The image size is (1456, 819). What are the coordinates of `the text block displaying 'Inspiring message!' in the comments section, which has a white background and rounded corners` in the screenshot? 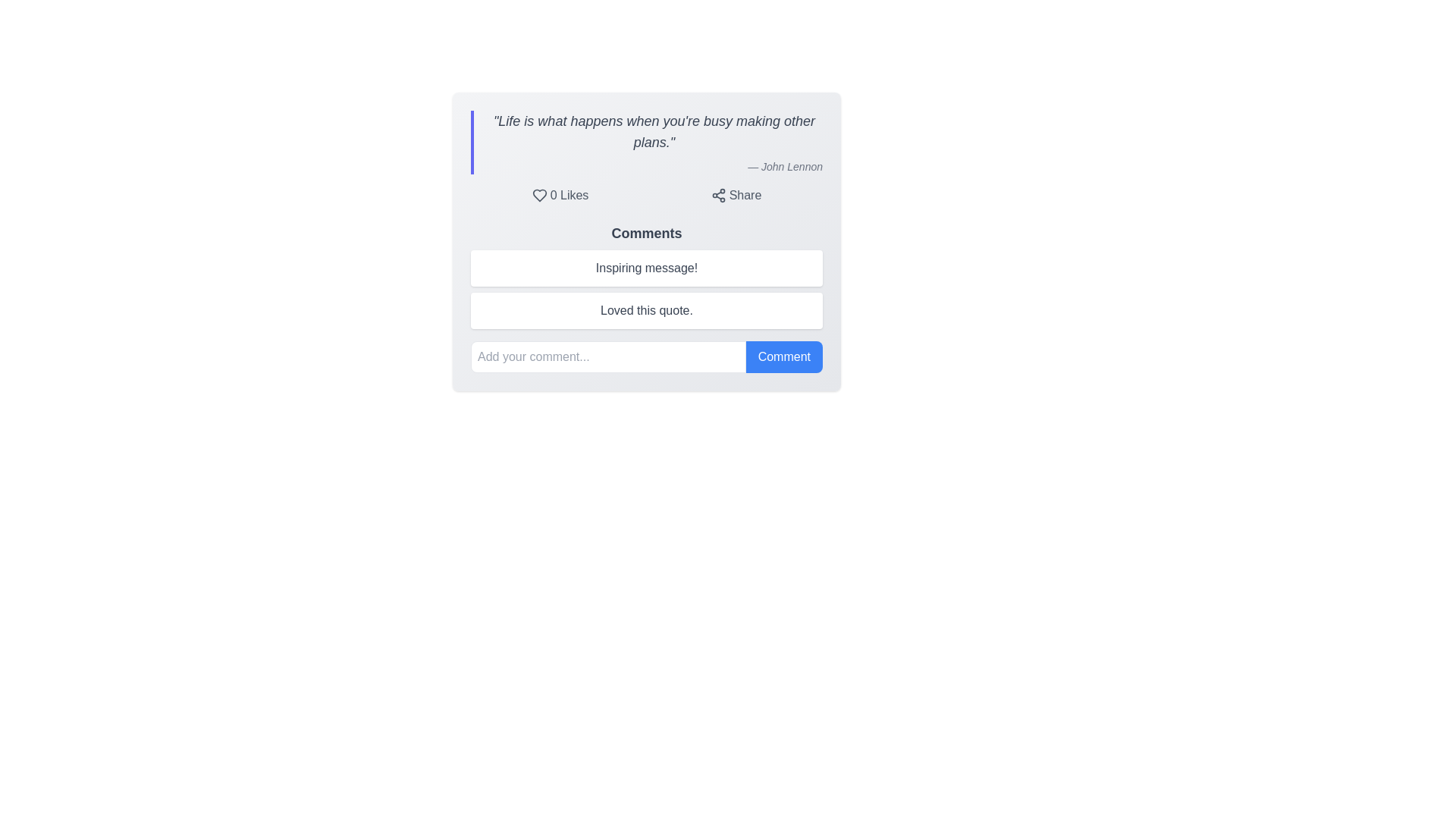 It's located at (647, 268).